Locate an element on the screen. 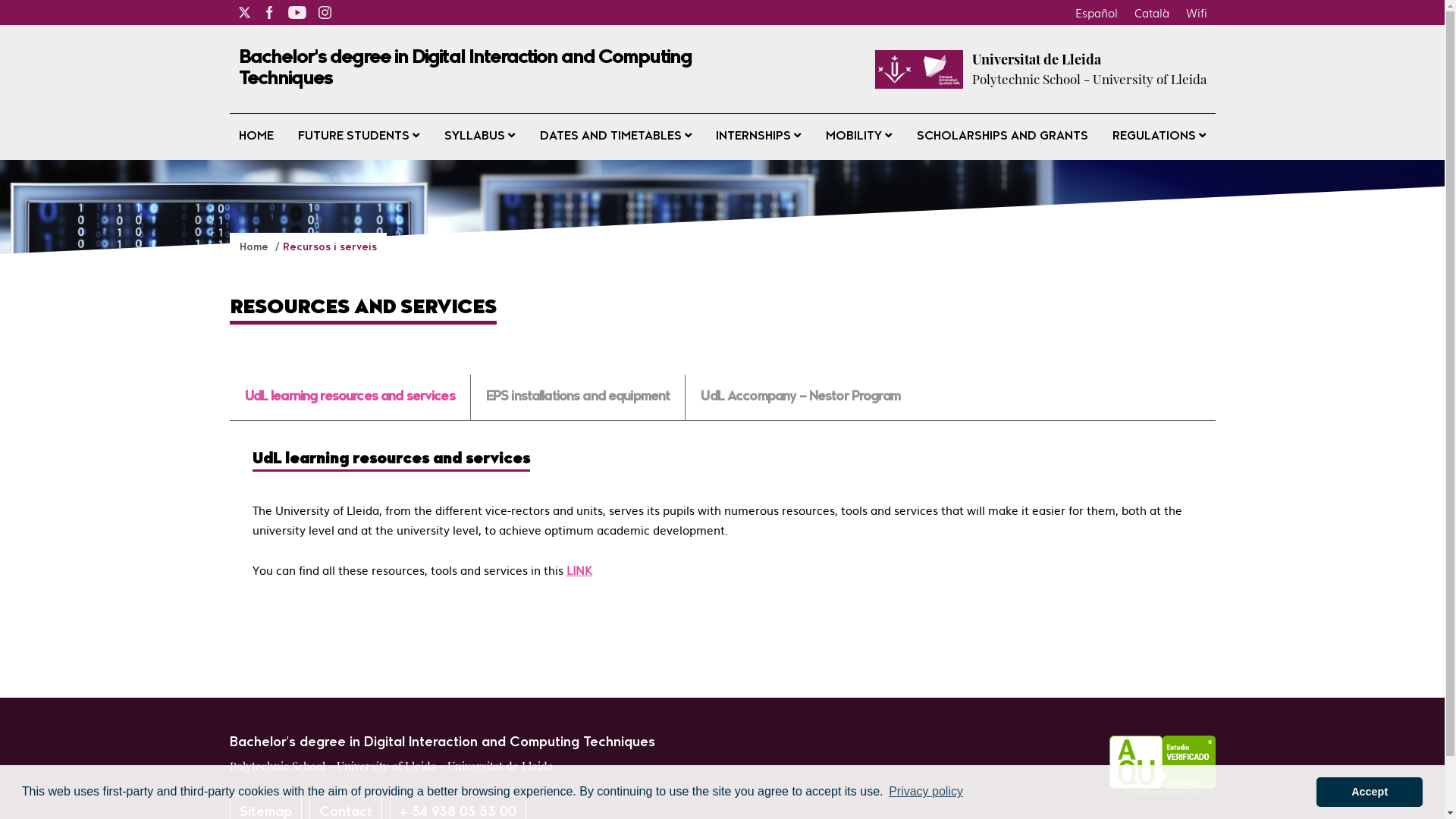 Image resolution: width=1456 pixels, height=819 pixels. 'SCHOLARSHIPS AND GRANTS' is located at coordinates (907, 136).